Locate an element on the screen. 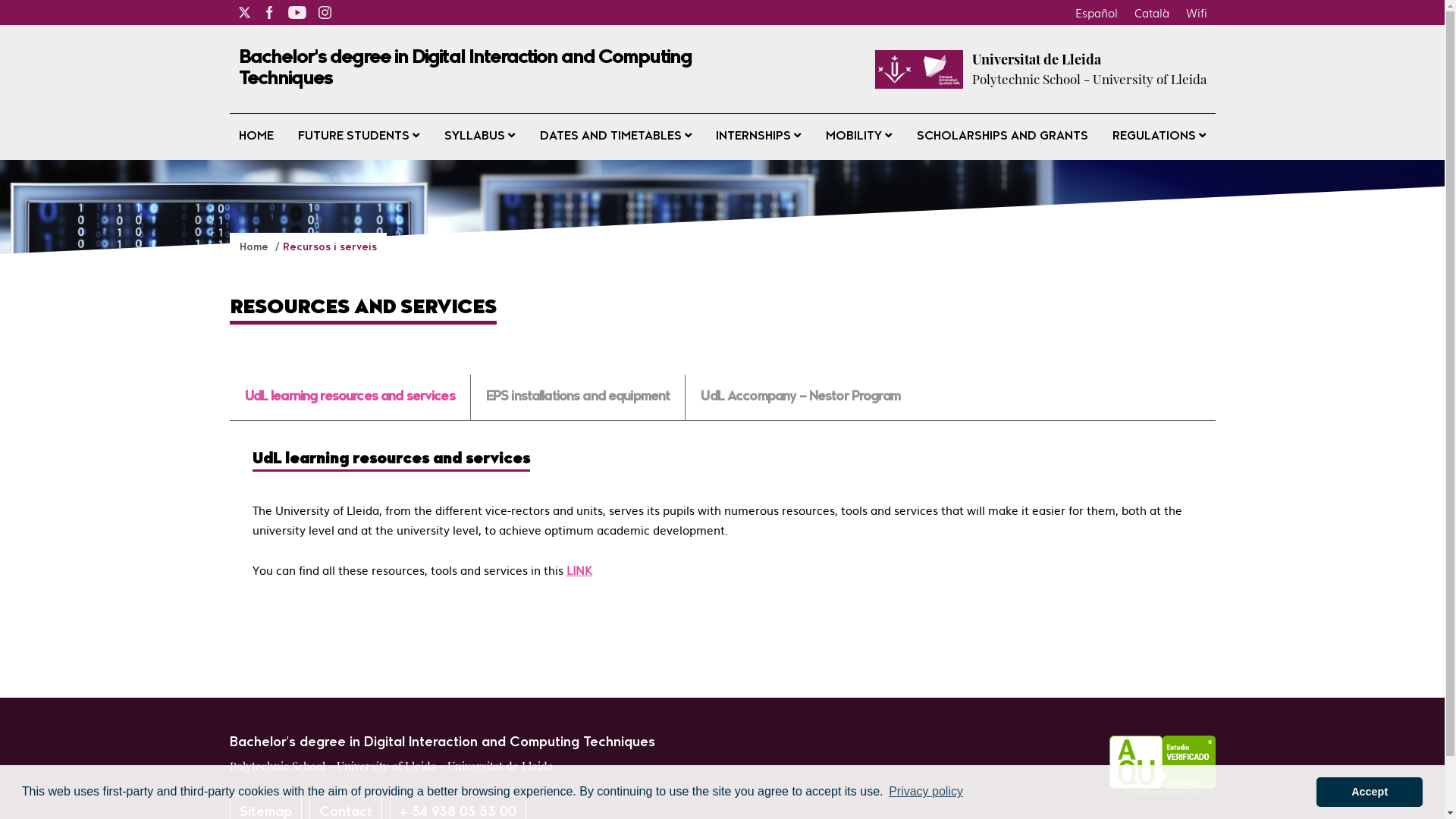 Image resolution: width=1456 pixels, height=819 pixels. 'SCHOLARSHIPS AND GRANTS' is located at coordinates (907, 136).